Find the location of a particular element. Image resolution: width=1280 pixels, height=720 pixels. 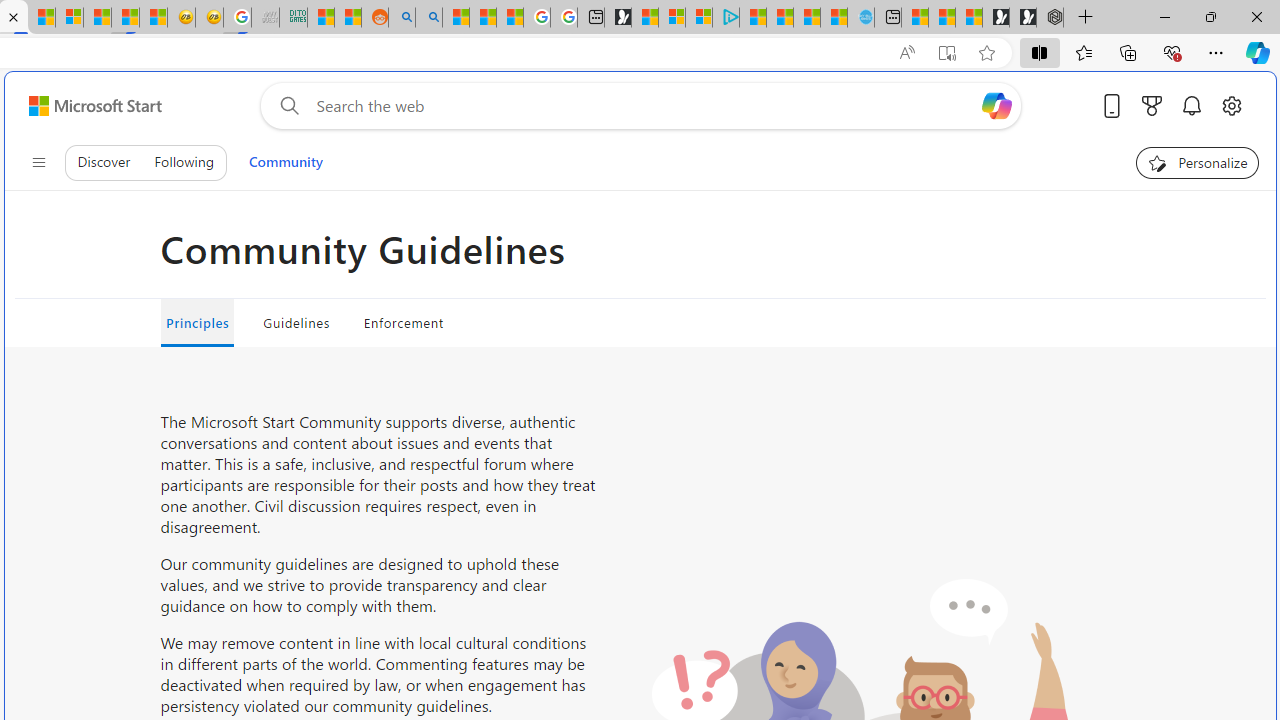

'Microsoft rewards' is located at coordinates (1152, 105).